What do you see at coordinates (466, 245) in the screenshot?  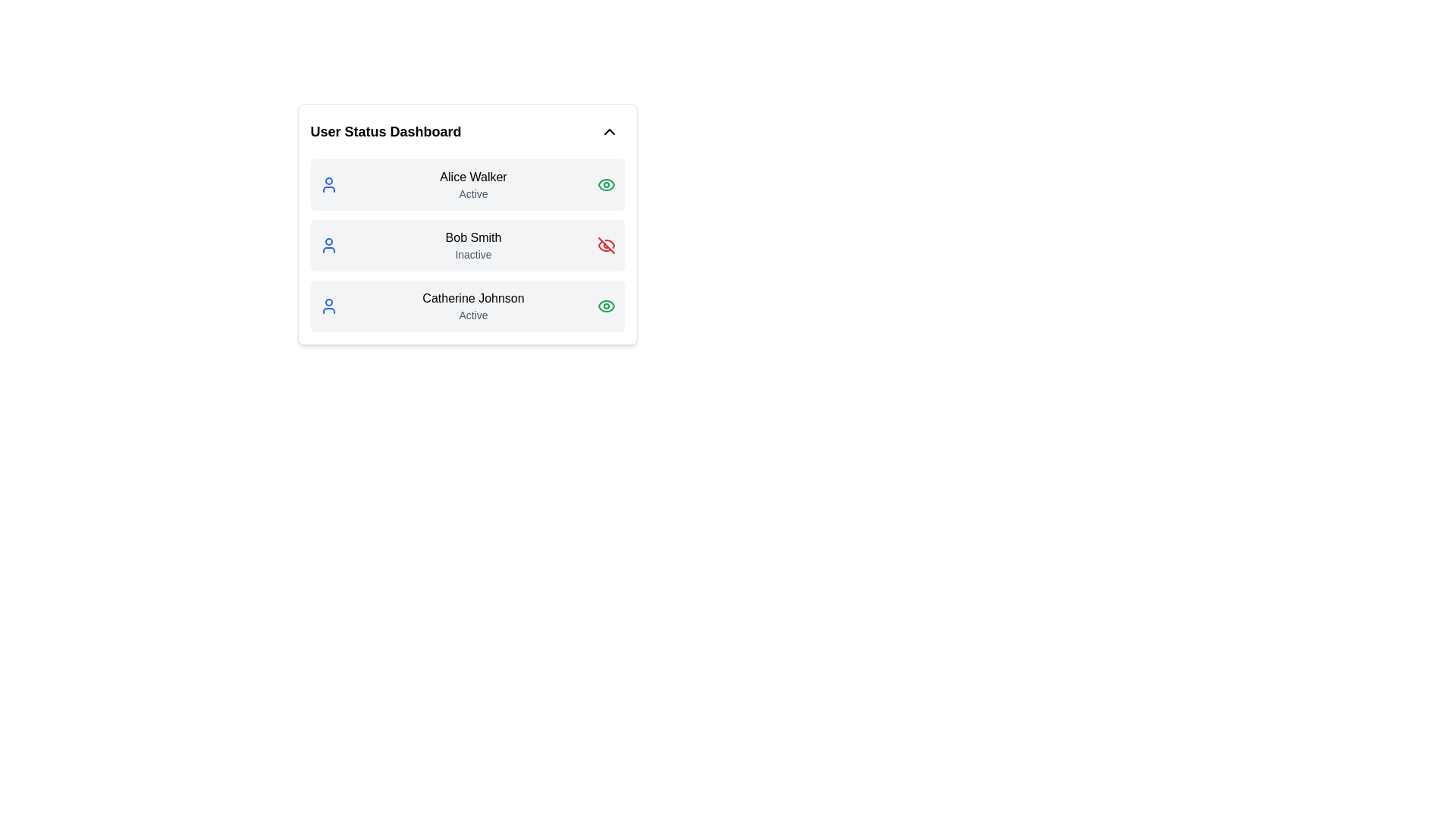 I see `the status of the List Item for 'Bob Smith' to understand the user's activity, which is indicated as 'Inactive' below the profile name` at bounding box center [466, 245].